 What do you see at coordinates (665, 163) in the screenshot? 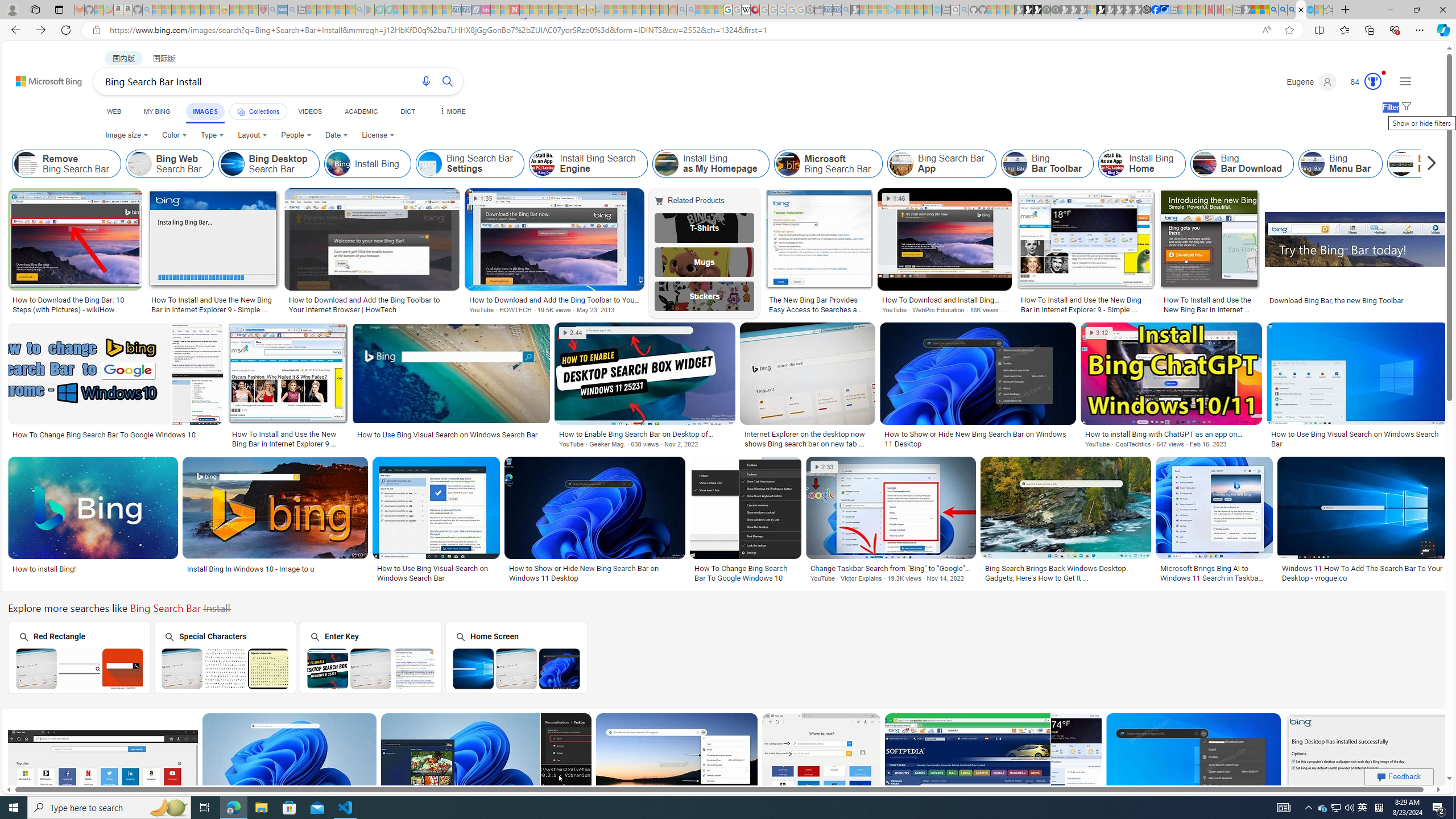
I see `'Install Bing as My Homepage'` at bounding box center [665, 163].